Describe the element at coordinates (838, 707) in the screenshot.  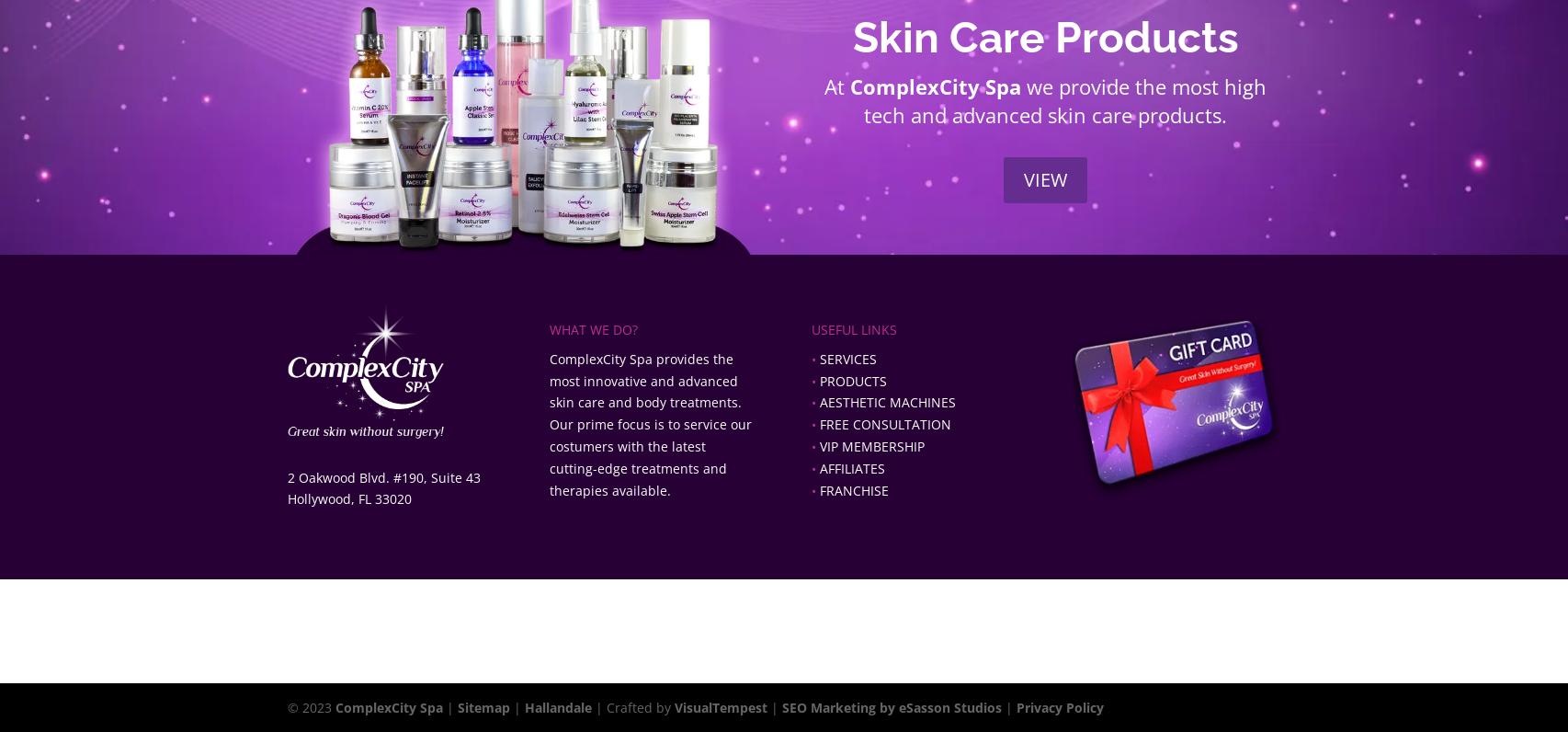
I see `'SEO Marketing by'` at that location.